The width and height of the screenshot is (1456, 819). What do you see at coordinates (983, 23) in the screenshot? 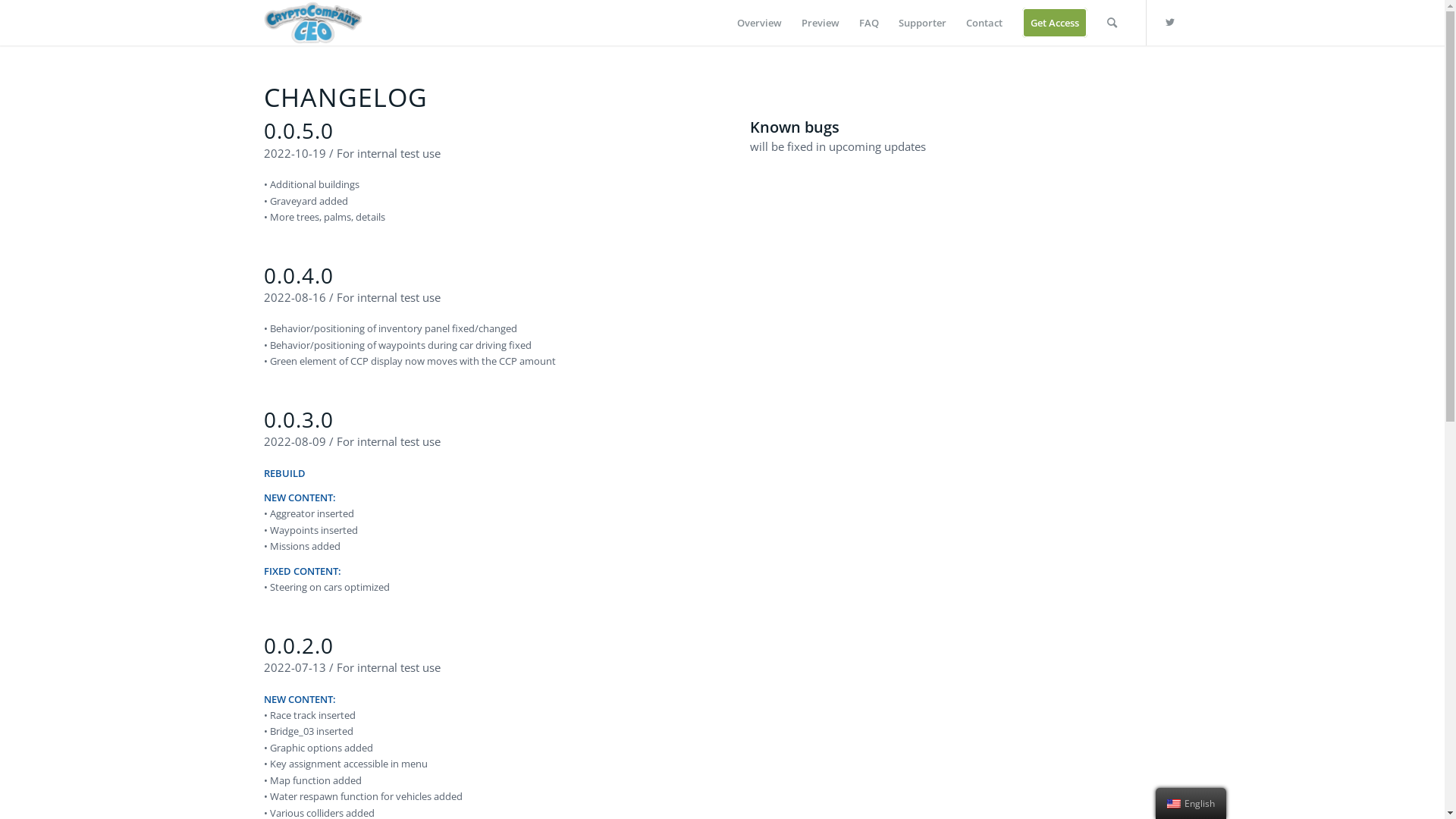
I see `'Contact'` at bounding box center [983, 23].